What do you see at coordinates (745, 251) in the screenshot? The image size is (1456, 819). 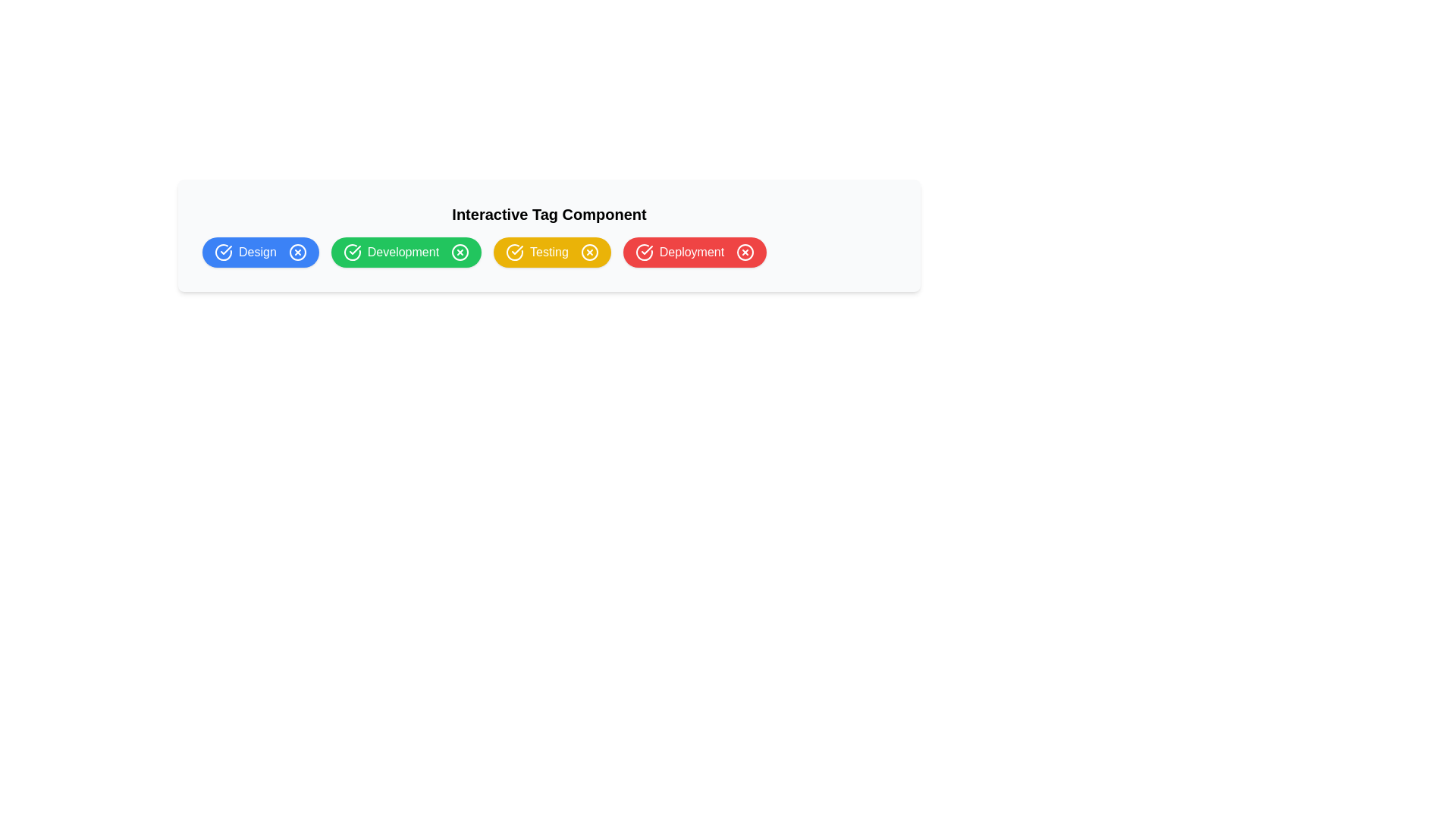 I see `the red circular close icon located within the 'Deployment' tag at the far right of the interactive tag list` at bounding box center [745, 251].